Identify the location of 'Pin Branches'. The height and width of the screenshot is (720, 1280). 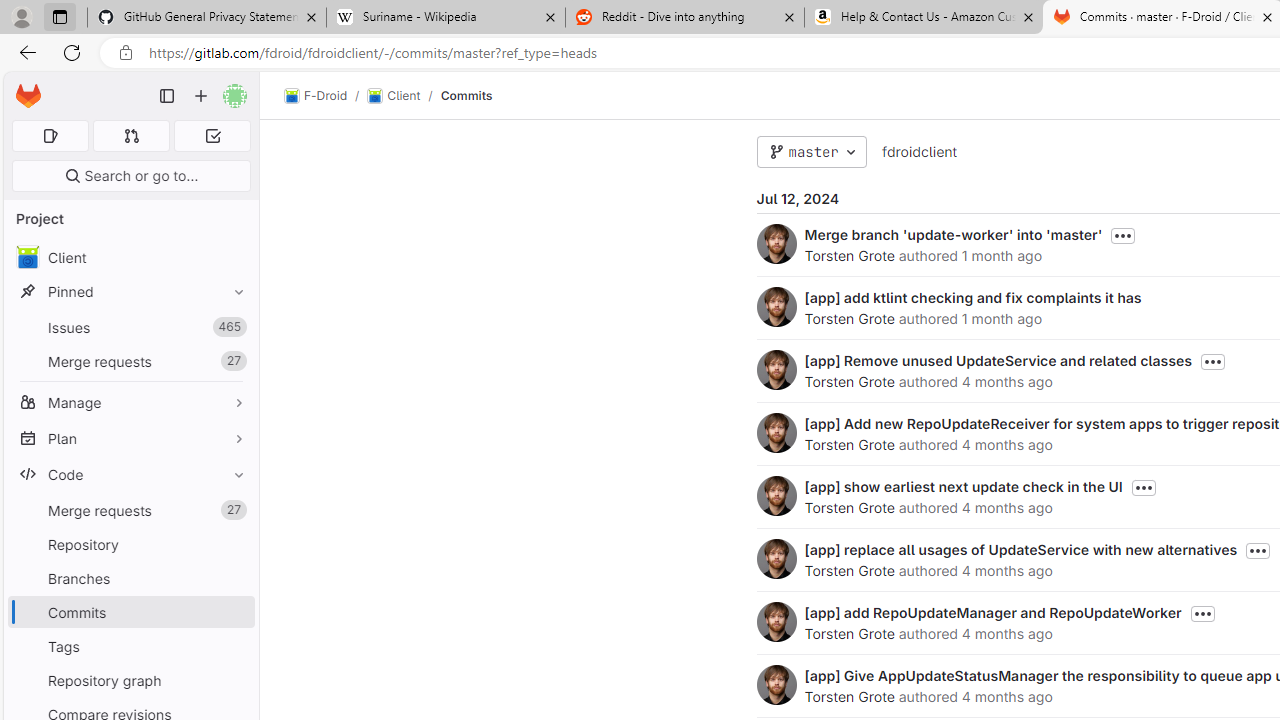
(234, 578).